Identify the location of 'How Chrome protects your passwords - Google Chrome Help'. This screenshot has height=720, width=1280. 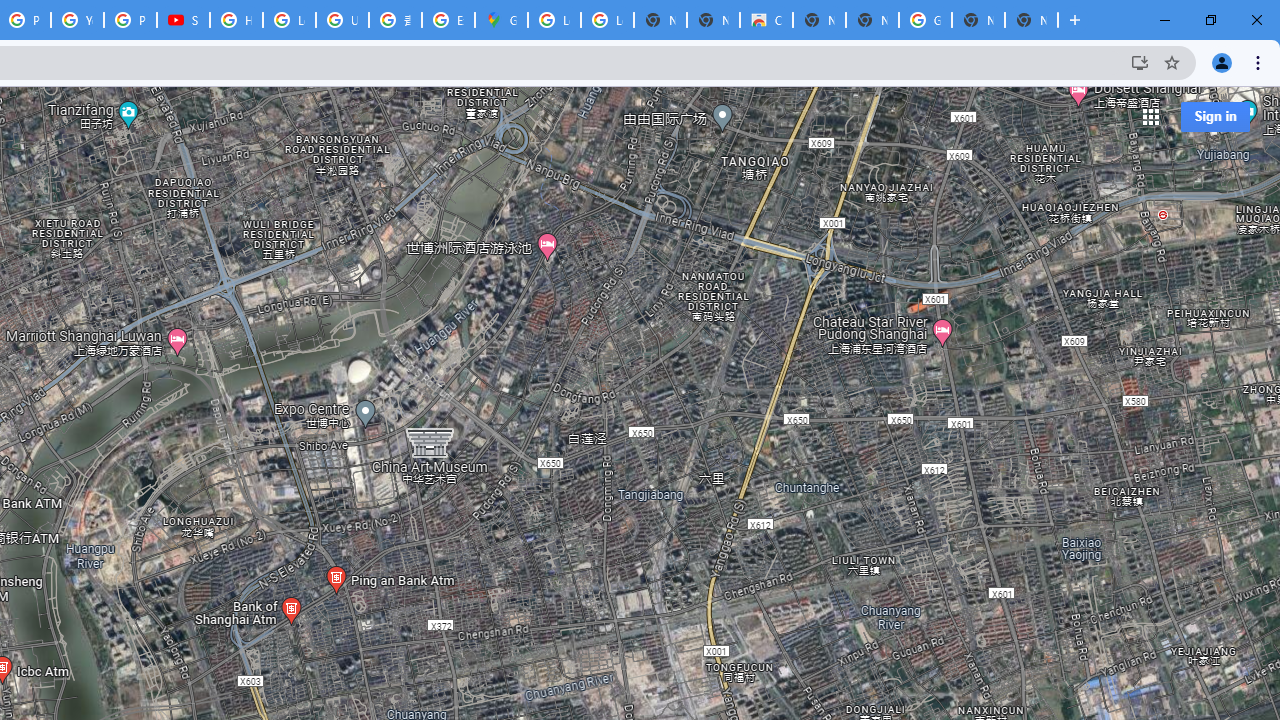
(236, 20).